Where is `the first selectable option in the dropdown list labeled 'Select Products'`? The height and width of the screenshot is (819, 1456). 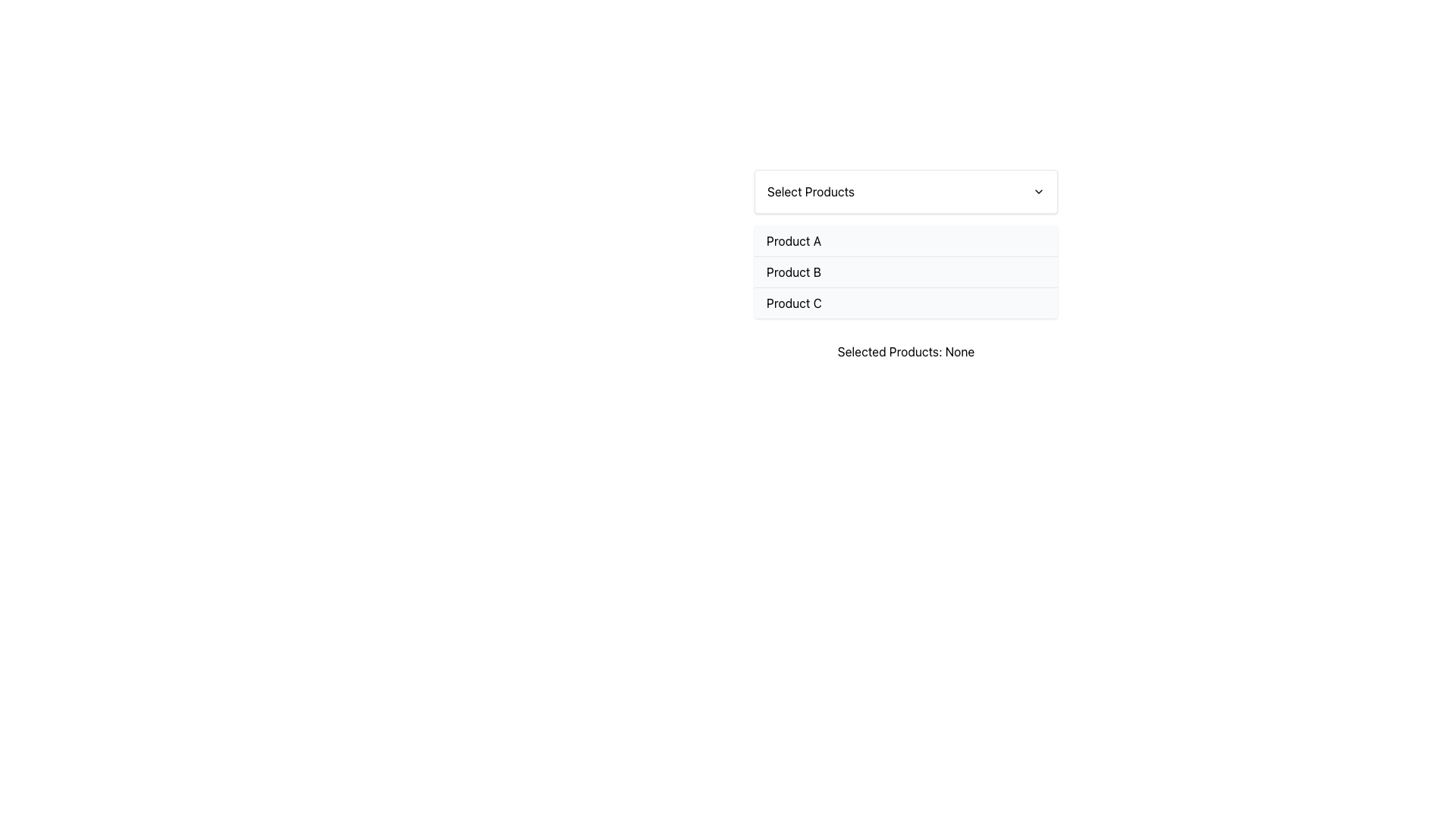
the first selectable option in the dropdown list labeled 'Select Products' is located at coordinates (906, 240).